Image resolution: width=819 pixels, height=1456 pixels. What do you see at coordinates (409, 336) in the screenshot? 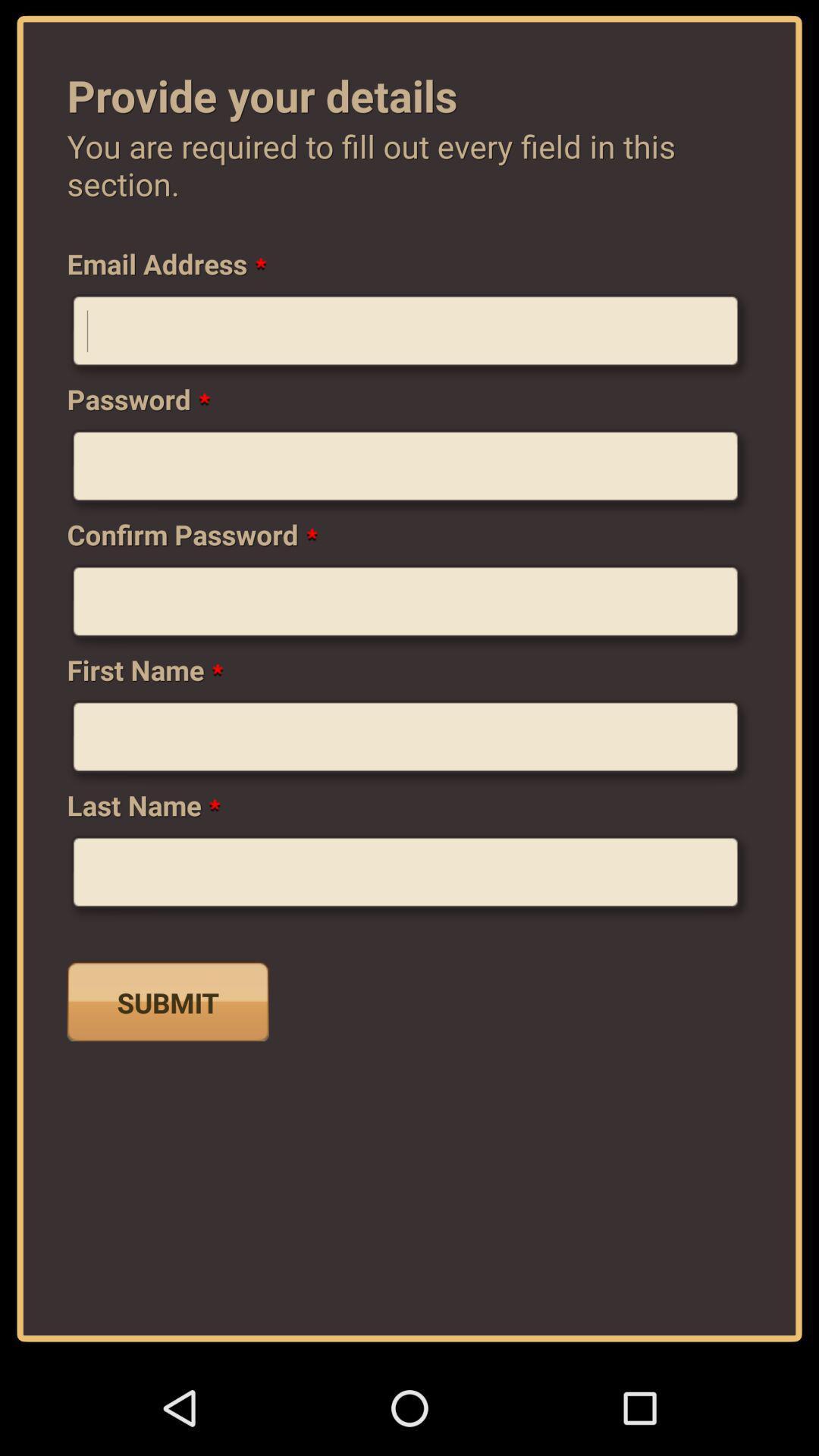
I see `email address` at bounding box center [409, 336].